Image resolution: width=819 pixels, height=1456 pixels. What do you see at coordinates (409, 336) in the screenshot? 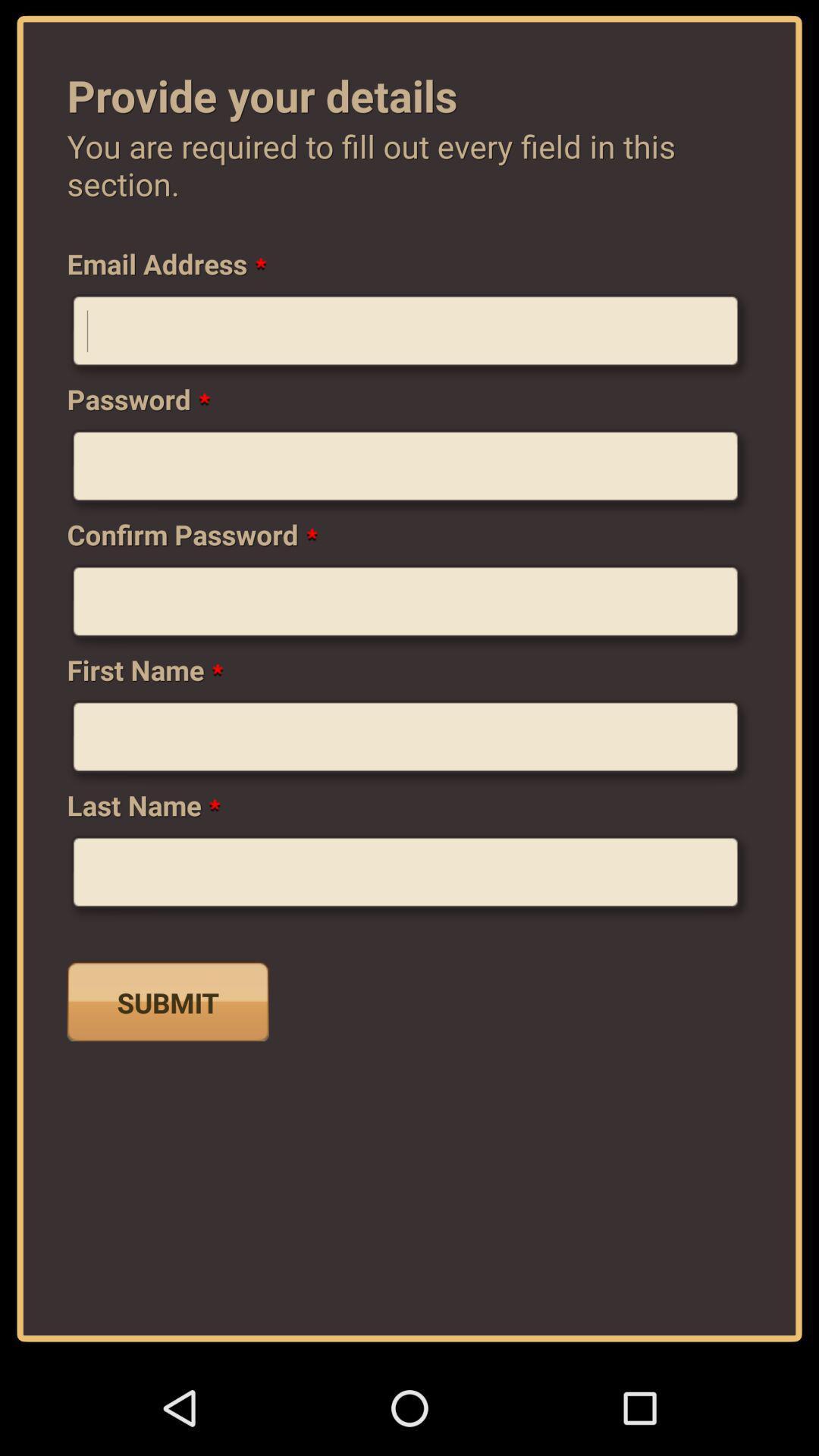
I see `email address` at bounding box center [409, 336].